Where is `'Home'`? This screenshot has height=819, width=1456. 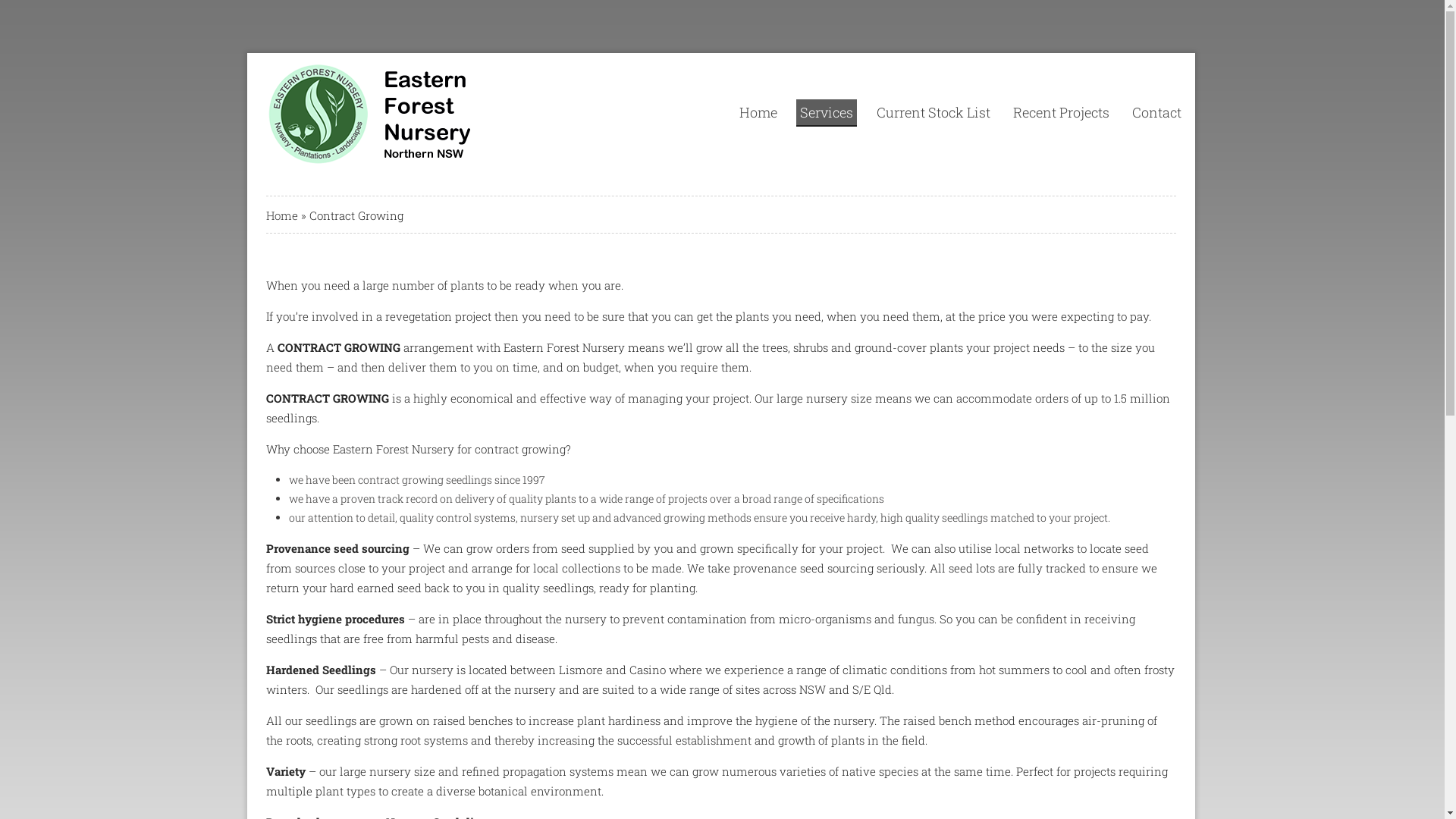
'Home' is located at coordinates (281, 215).